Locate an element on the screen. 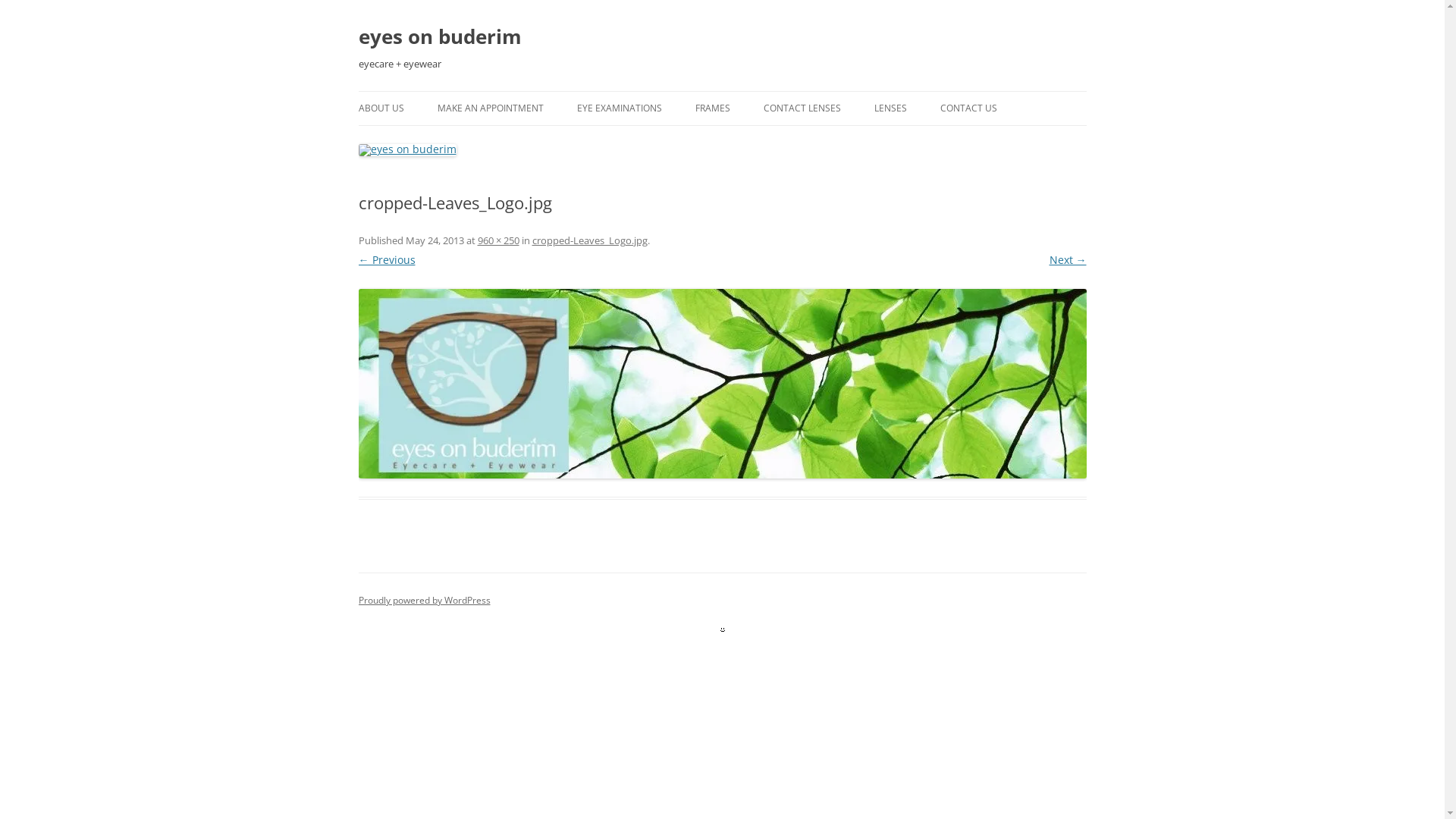 The image size is (1456, 819). 'cropped-Leaves_Logo.jpg' is located at coordinates (532, 239).